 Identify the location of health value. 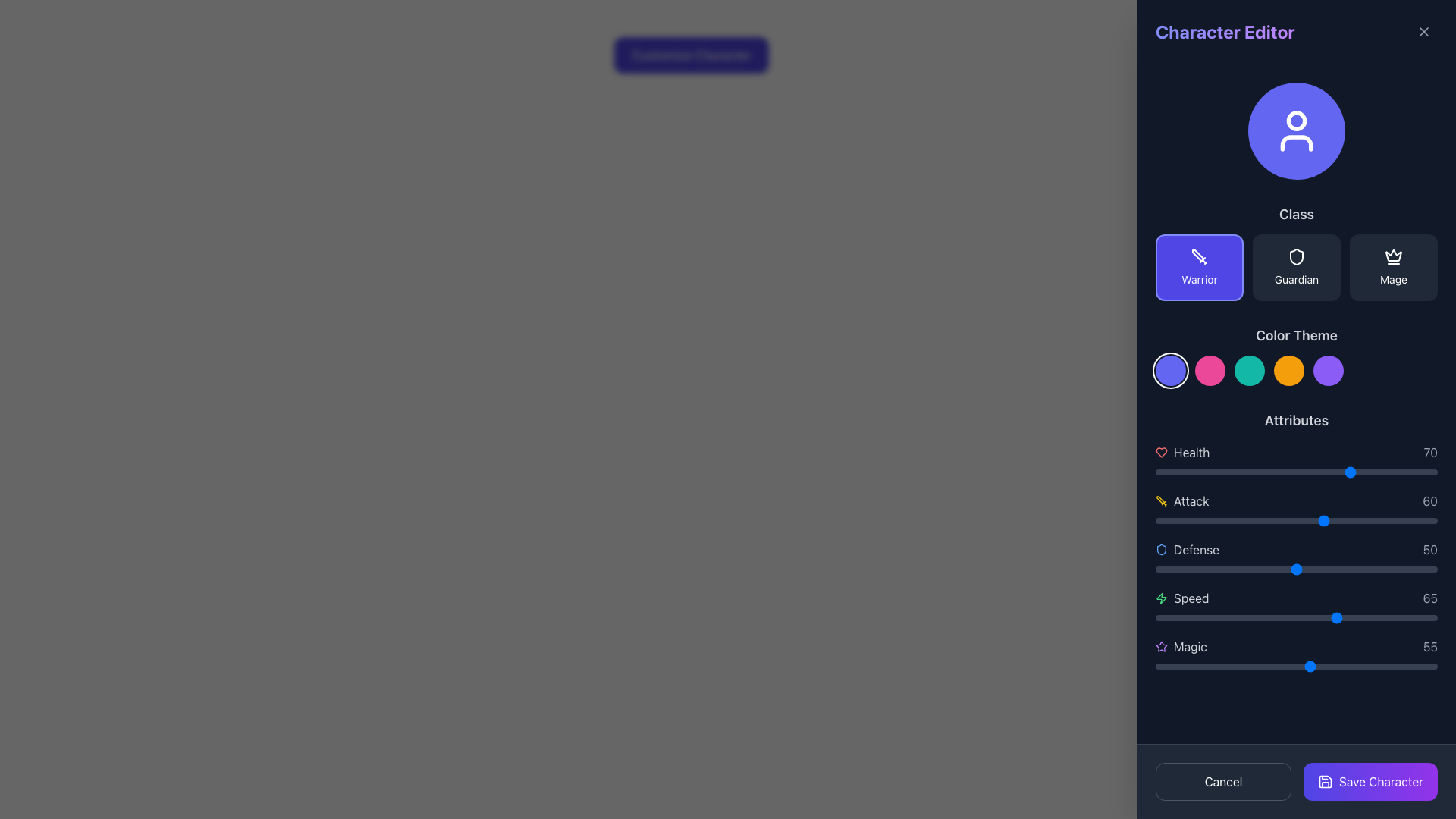
(1203, 472).